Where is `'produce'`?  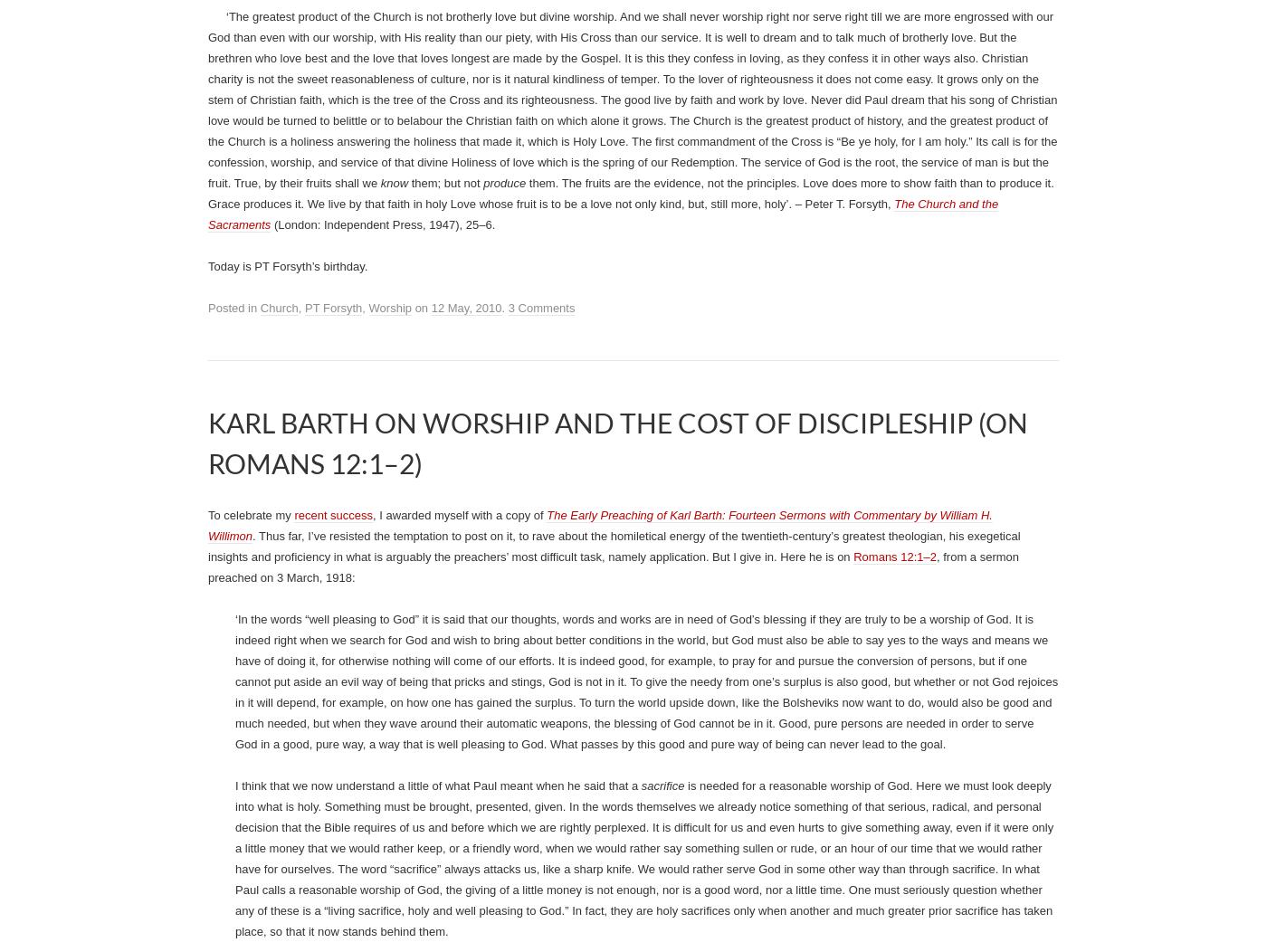
'produce' is located at coordinates (506, 877).